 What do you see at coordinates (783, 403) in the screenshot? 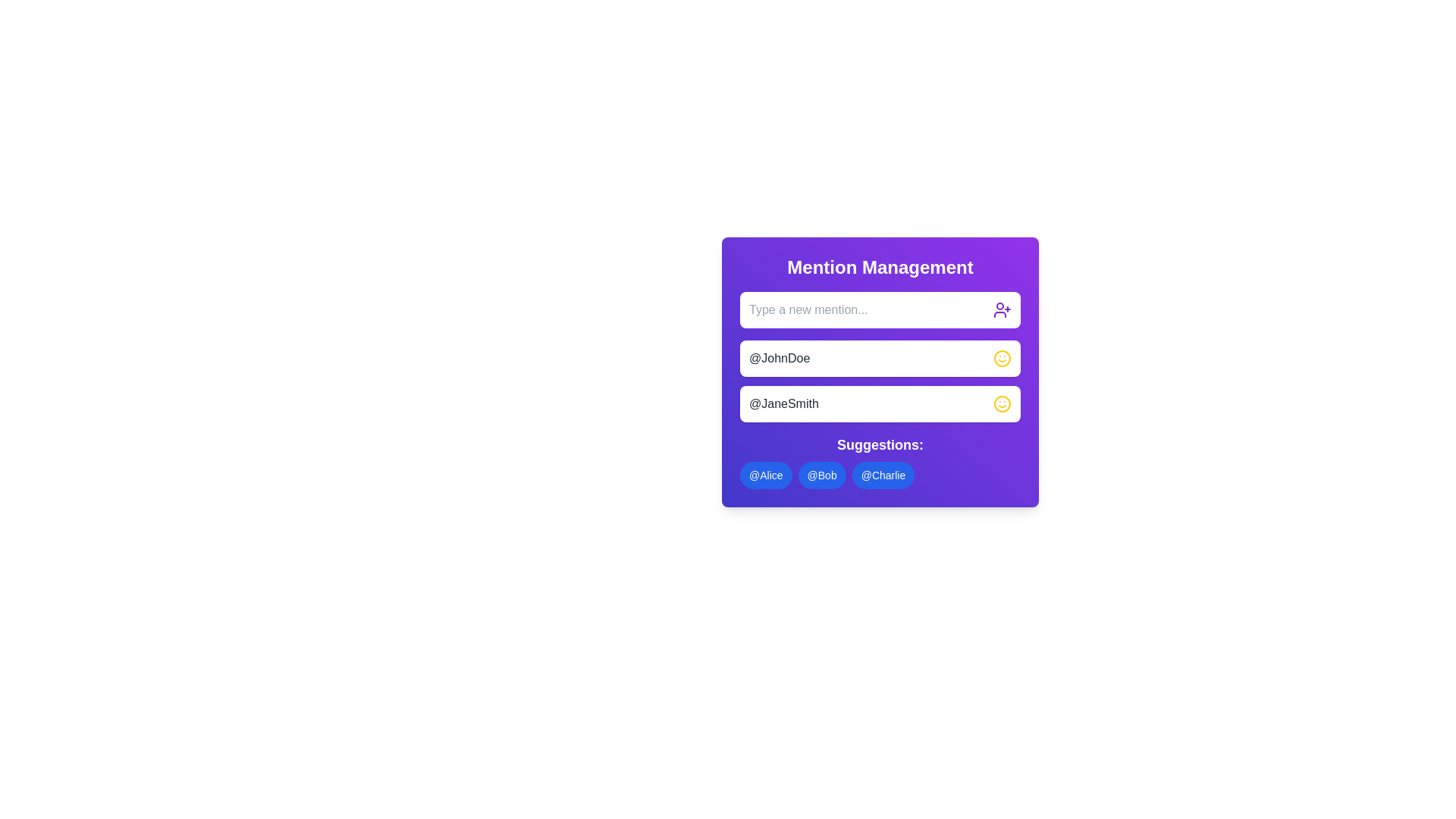
I see `the username '@JaneSmith' in the list of mentions located in the 'Mention Management' box, positioned between '@JohnDoe' and the 'Suggestions' section` at bounding box center [783, 403].